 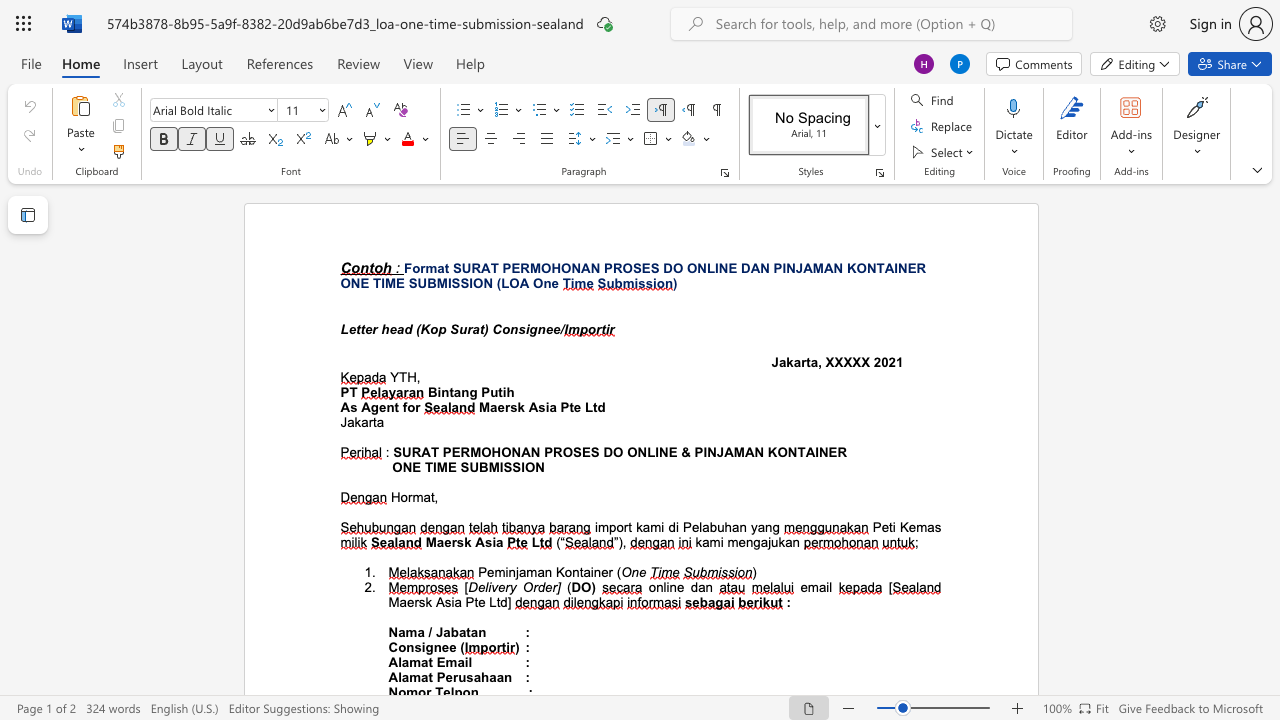 What do you see at coordinates (764, 267) in the screenshot?
I see `the 5th character "N" in the text` at bounding box center [764, 267].